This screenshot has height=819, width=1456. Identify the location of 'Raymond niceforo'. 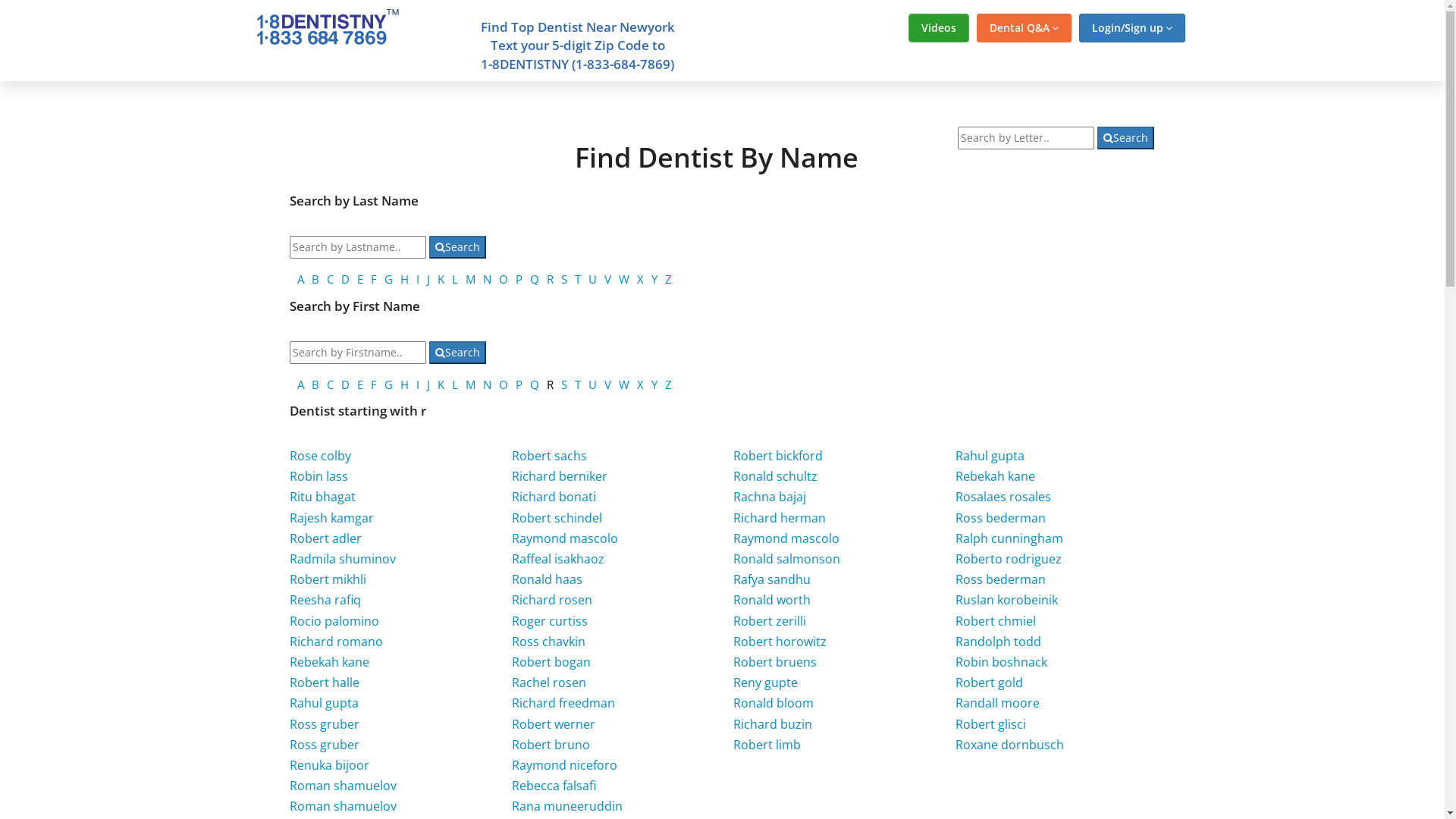
(563, 765).